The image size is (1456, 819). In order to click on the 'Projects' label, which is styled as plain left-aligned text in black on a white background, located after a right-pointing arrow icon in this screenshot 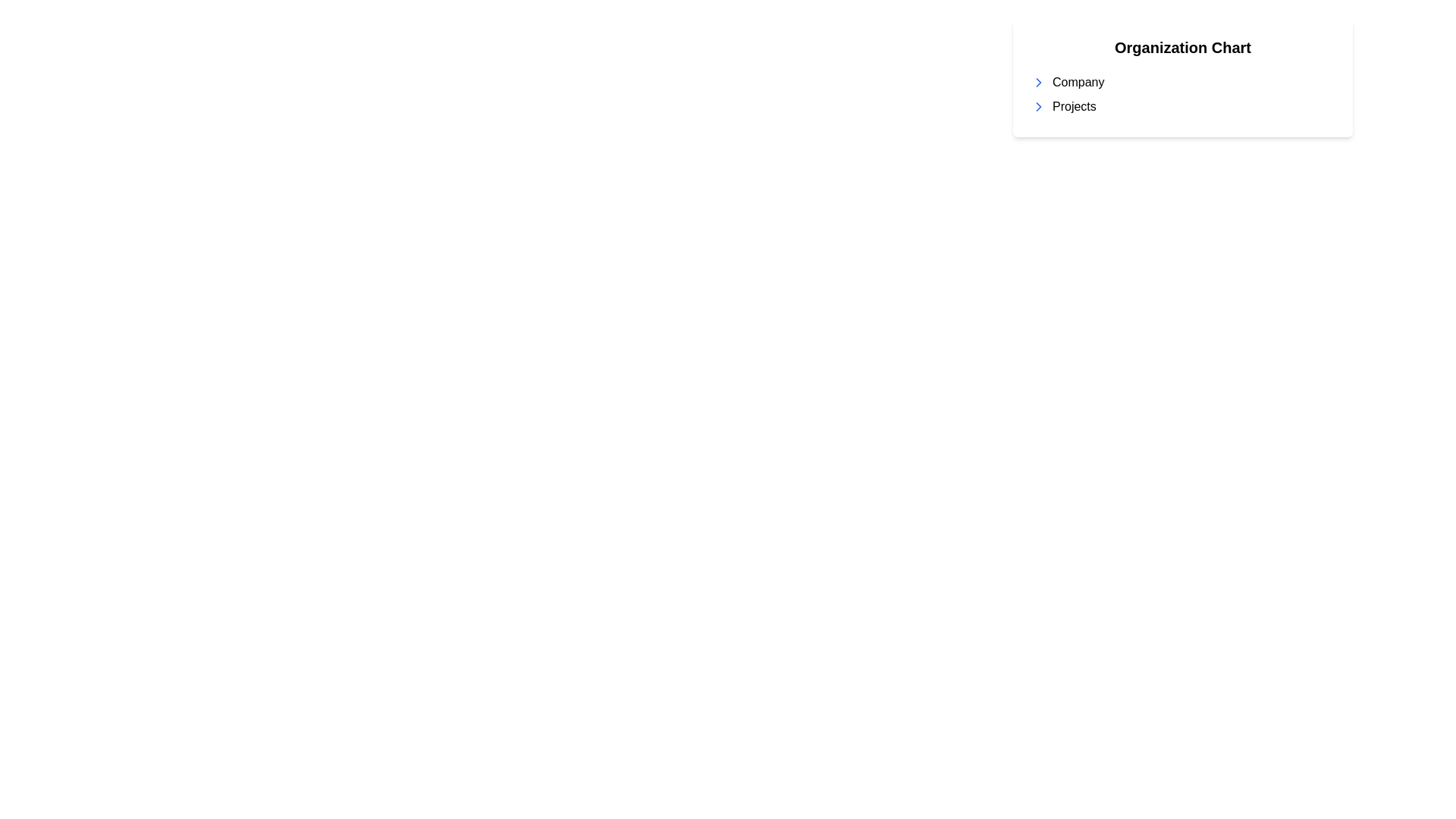, I will do `click(1073, 106)`.